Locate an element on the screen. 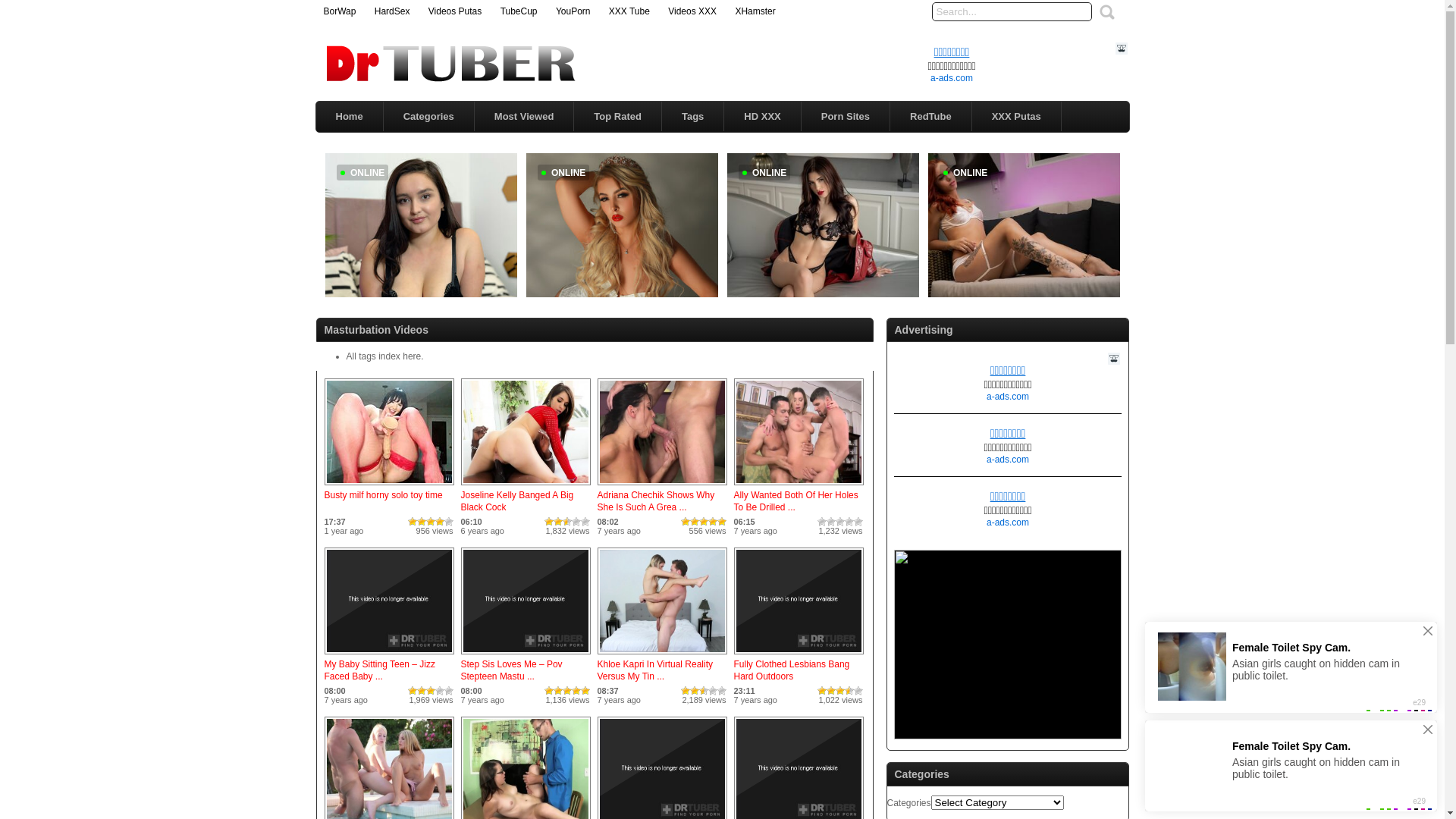  'HardSex' is located at coordinates (392, 11).